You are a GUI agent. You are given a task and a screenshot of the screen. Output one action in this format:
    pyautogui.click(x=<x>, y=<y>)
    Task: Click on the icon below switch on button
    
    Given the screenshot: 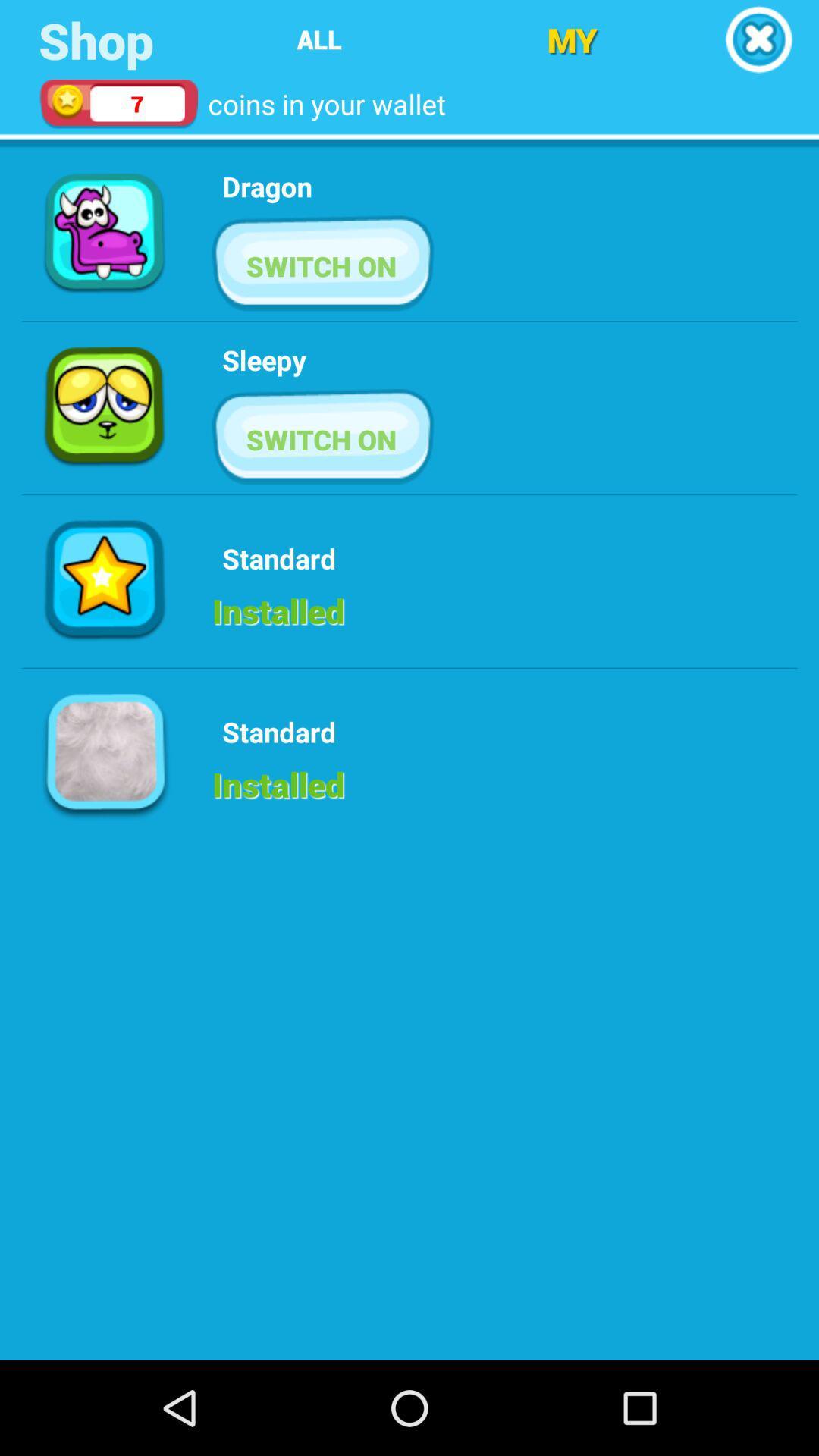 What is the action you would take?
    pyautogui.click(x=263, y=359)
    